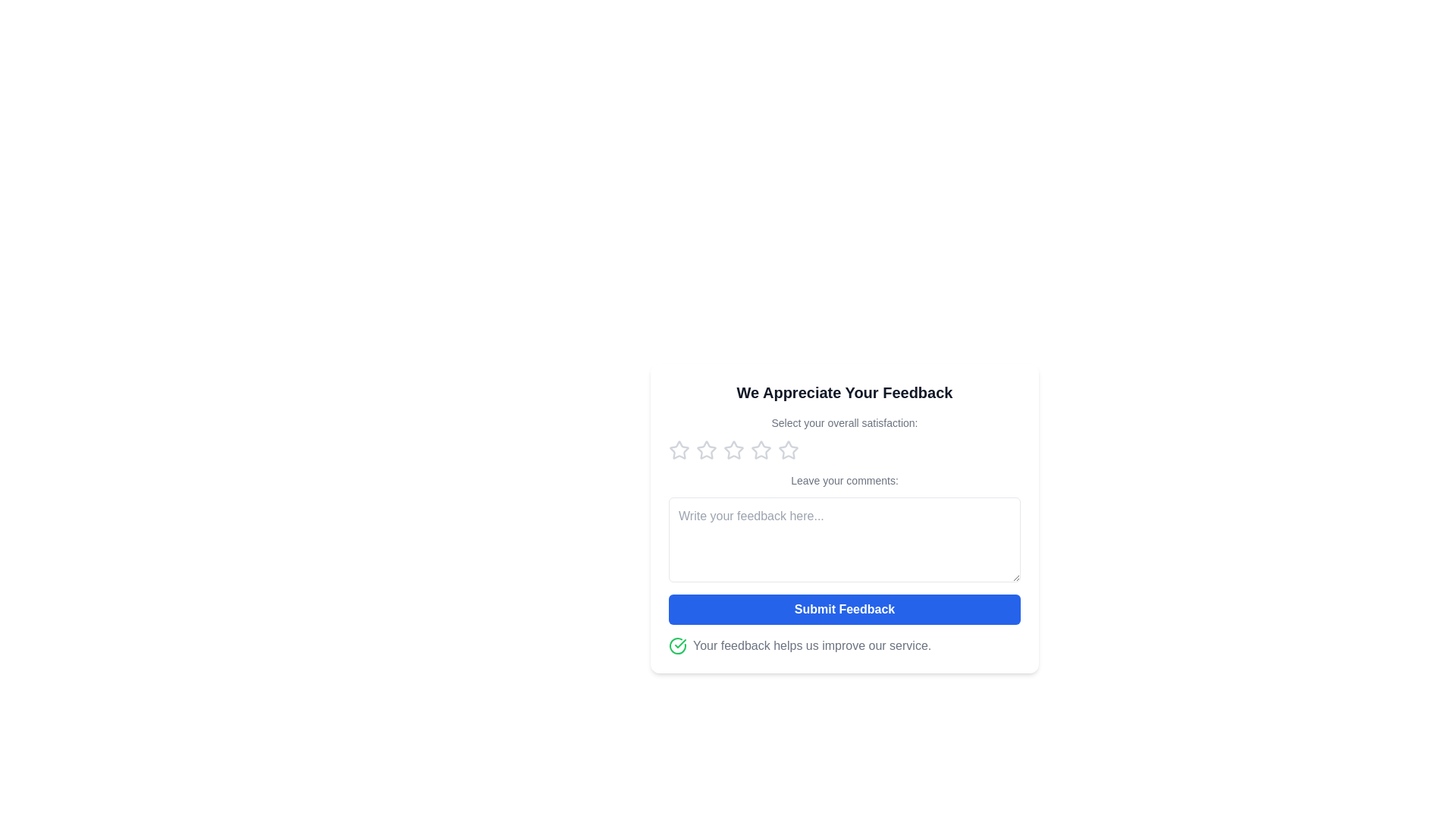 Image resolution: width=1456 pixels, height=819 pixels. I want to click on the fourth star in the row of five stars under the heading 'Select your overall satisfaction:', so click(761, 450).